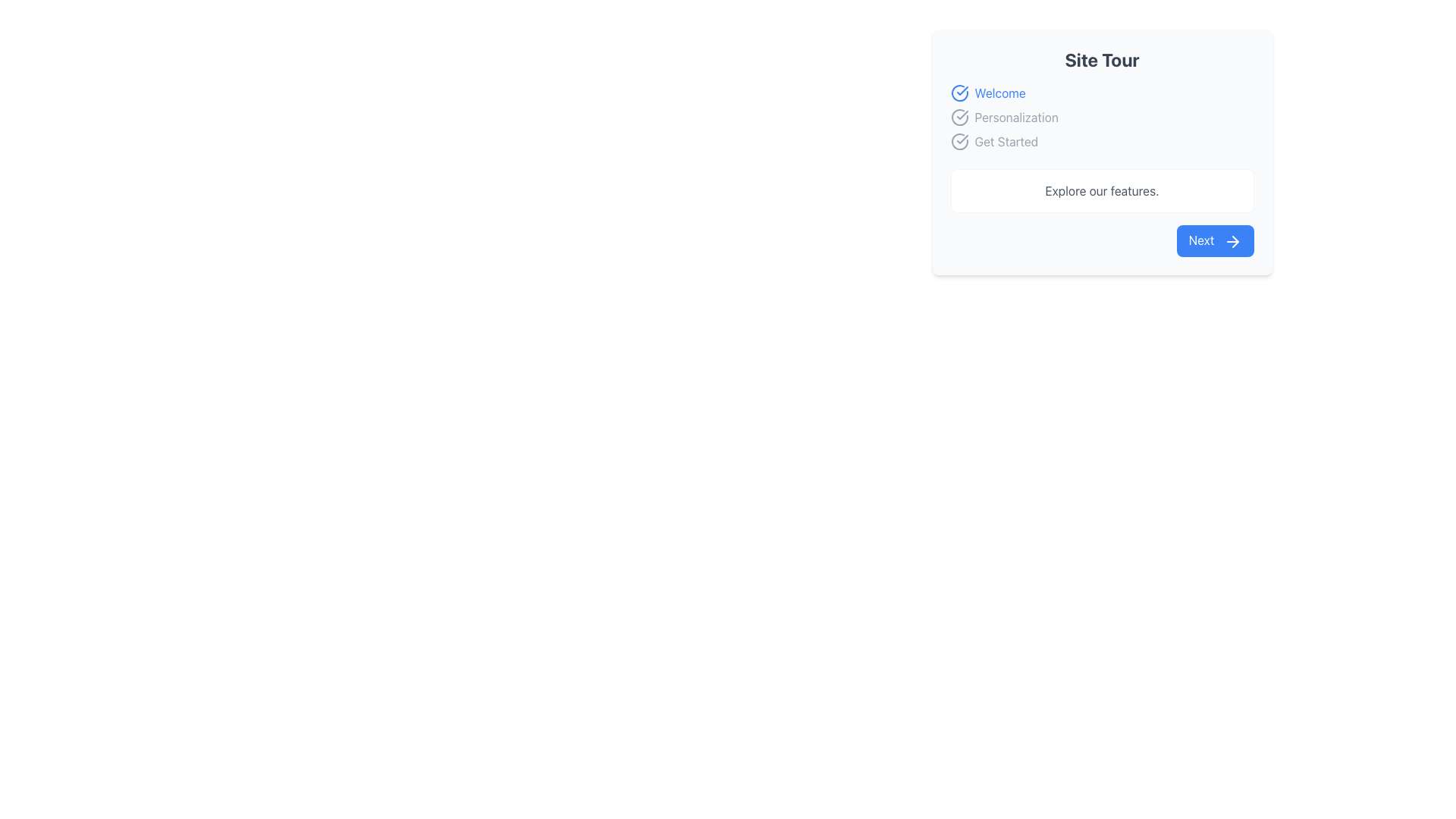 The image size is (1456, 819). Describe the element at coordinates (1016, 116) in the screenshot. I see `the static text label displaying 'Personalization', which is the second item in a vertical list and is visually aligned with a checkmark icon to its left` at that location.